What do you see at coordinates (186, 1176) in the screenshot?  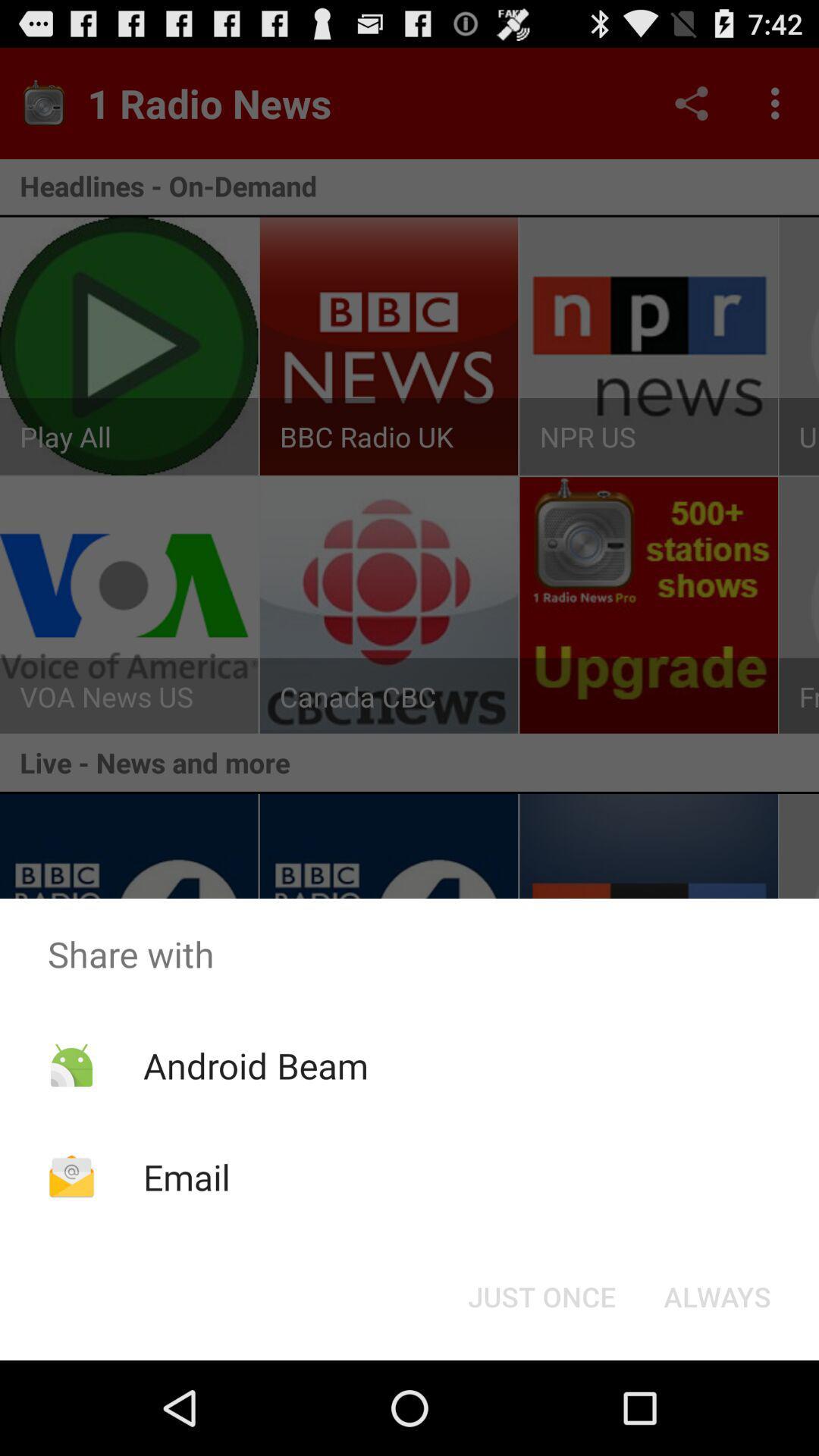 I see `the email icon` at bounding box center [186, 1176].